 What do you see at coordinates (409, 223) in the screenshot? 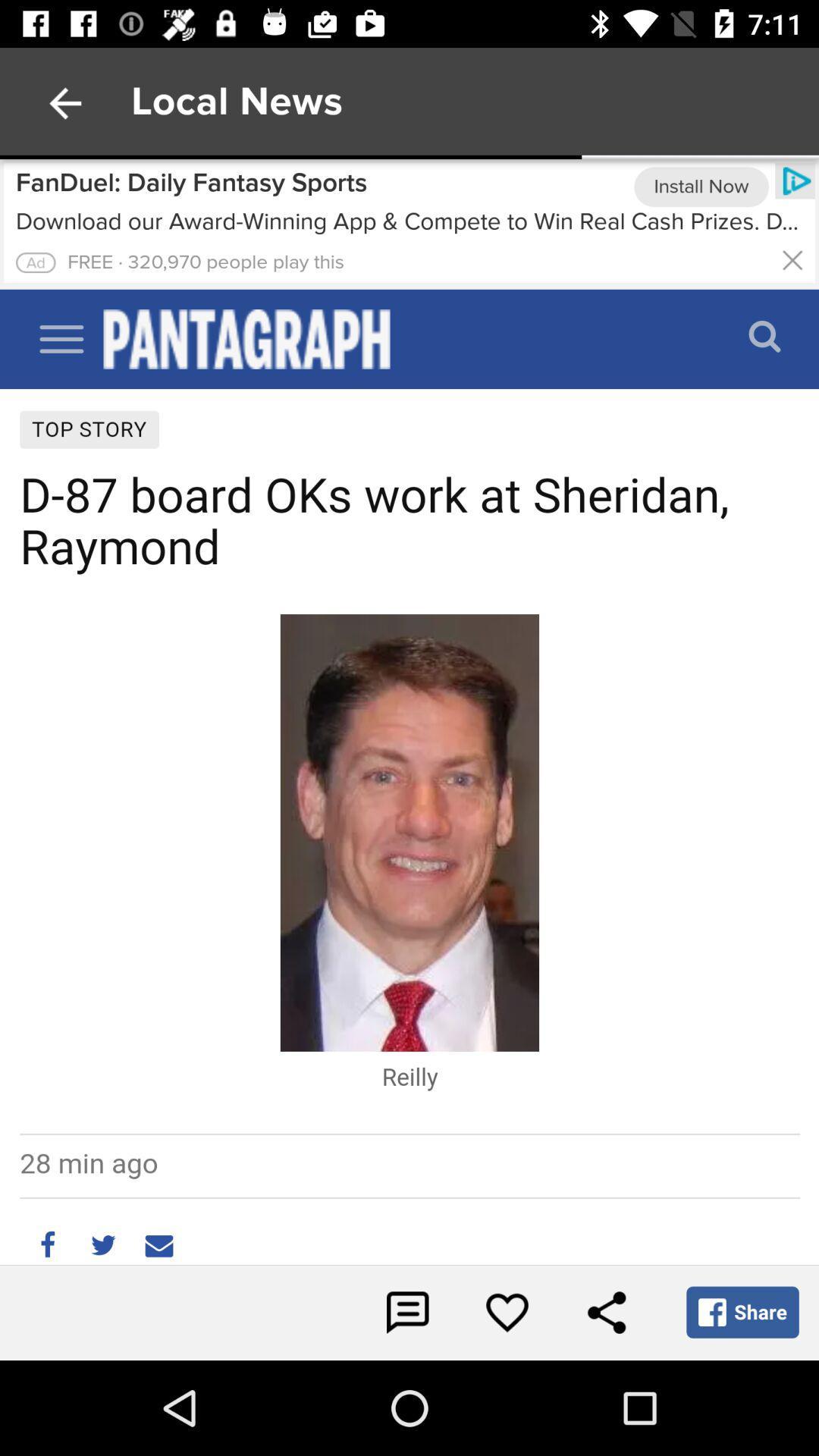
I see `advertisement` at bounding box center [409, 223].